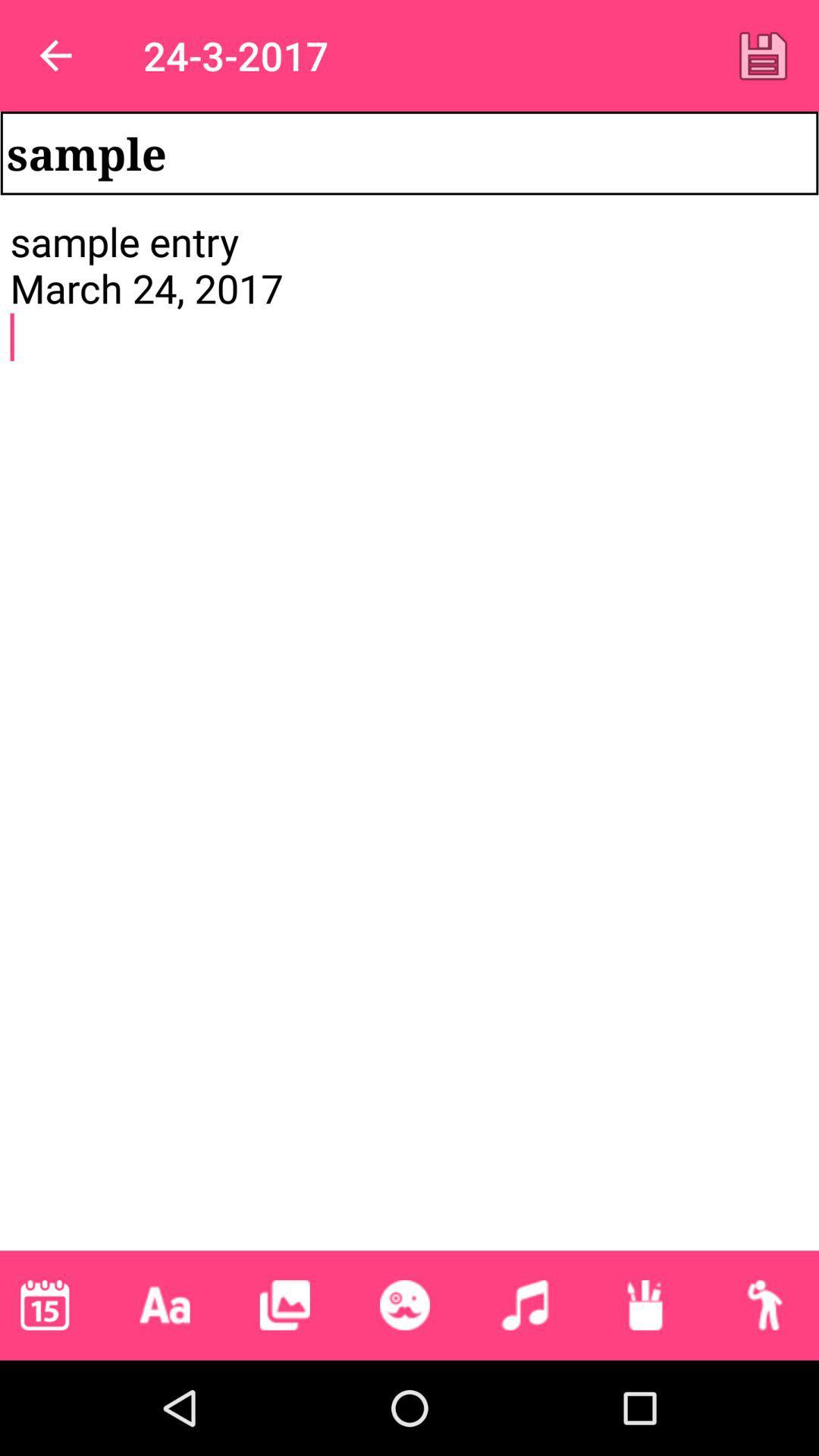 Image resolution: width=819 pixels, height=1456 pixels. What do you see at coordinates (165, 1304) in the screenshot?
I see `the text aa in the last line` at bounding box center [165, 1304].